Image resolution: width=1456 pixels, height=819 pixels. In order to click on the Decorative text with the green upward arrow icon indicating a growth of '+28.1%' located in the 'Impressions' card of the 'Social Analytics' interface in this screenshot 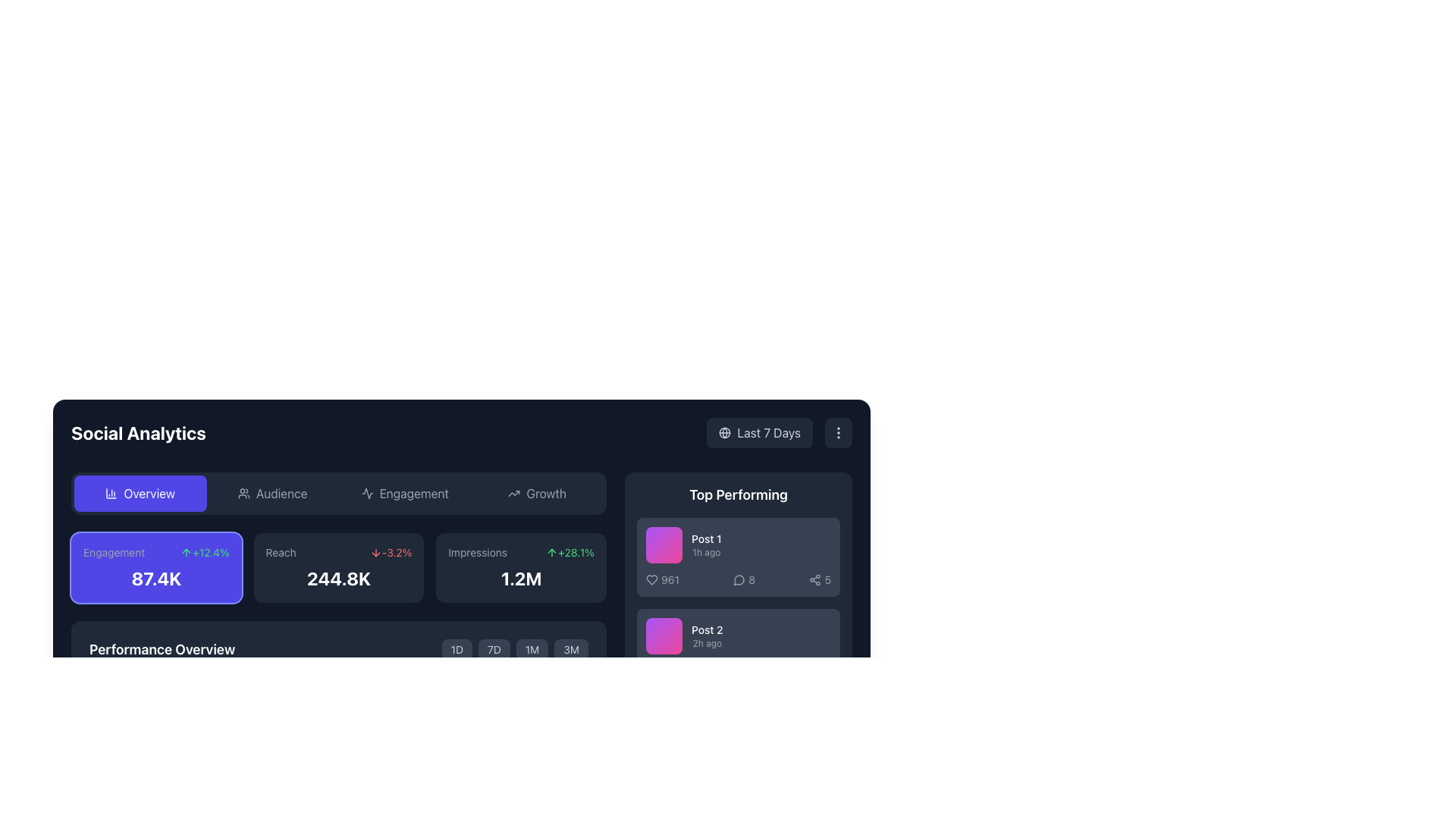, I will do `click(570, 553)`.